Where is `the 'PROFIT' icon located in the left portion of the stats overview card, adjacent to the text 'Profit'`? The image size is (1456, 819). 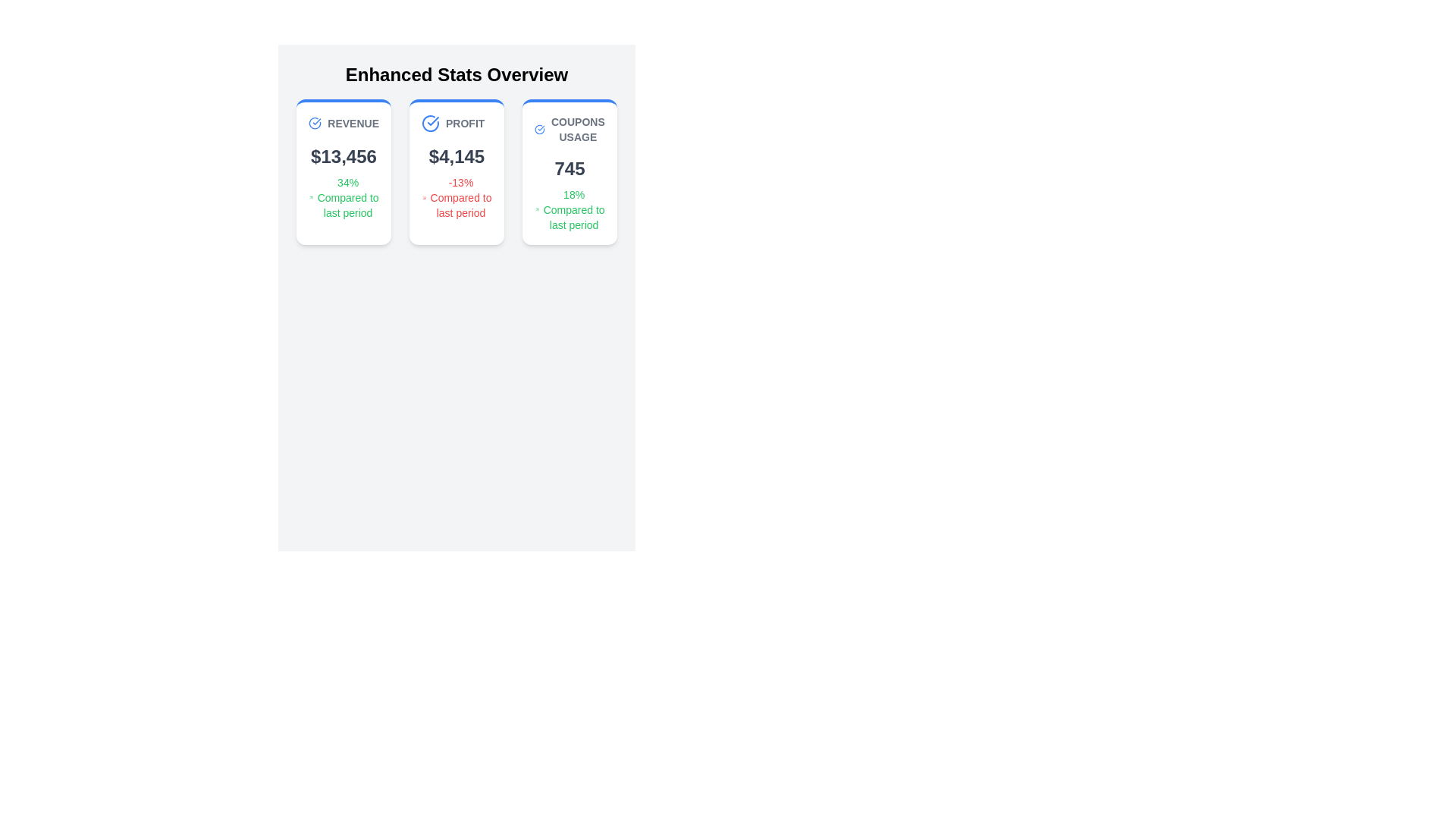 the 'PROFIT' icon located in the left portion of the stats overview card, adjacent to the text 'Profit' is located at coordinates (429, 122).